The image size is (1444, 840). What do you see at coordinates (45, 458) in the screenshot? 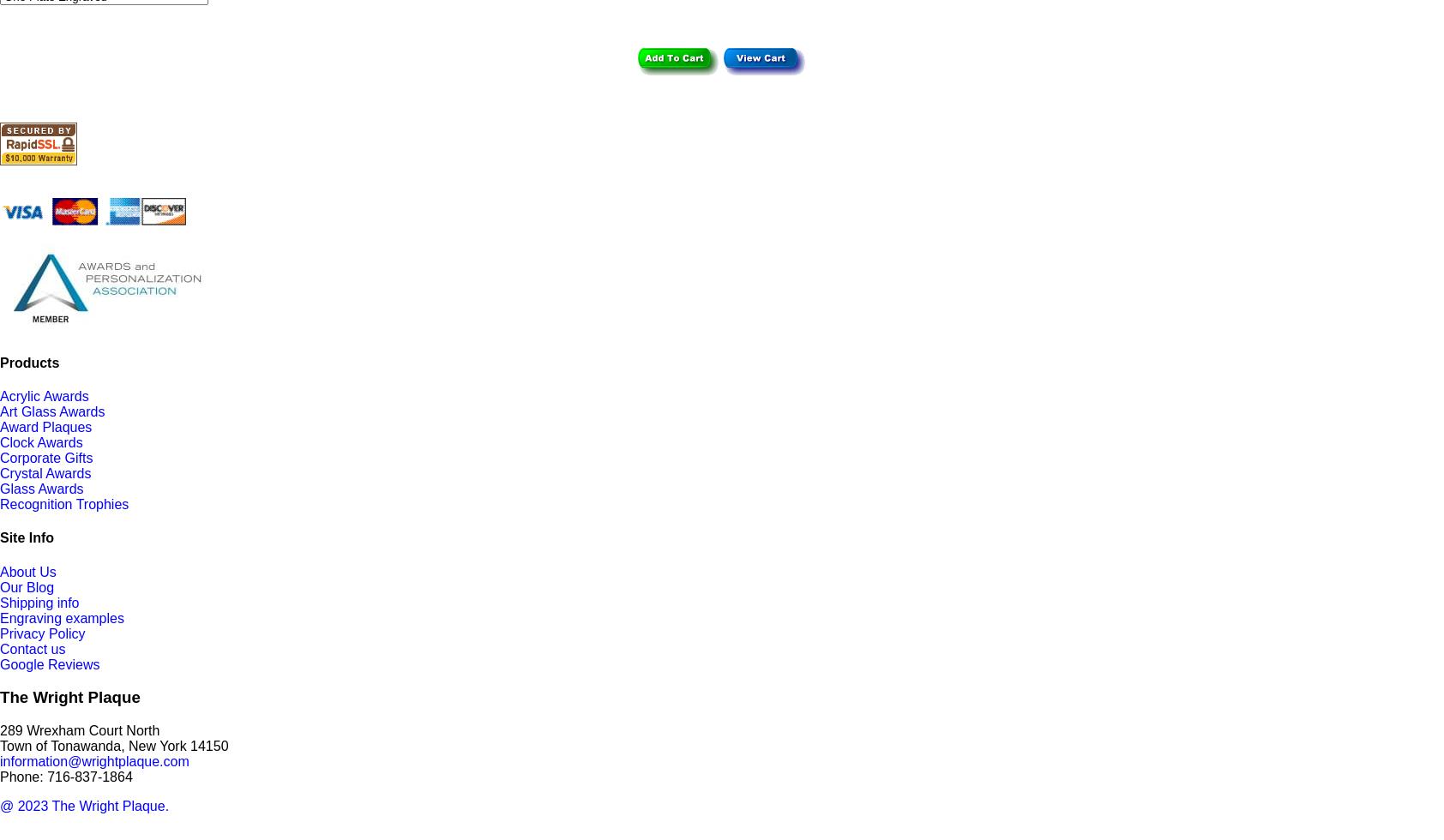
I see `'Corporate Gifts'` at bounding box center [45, 458].